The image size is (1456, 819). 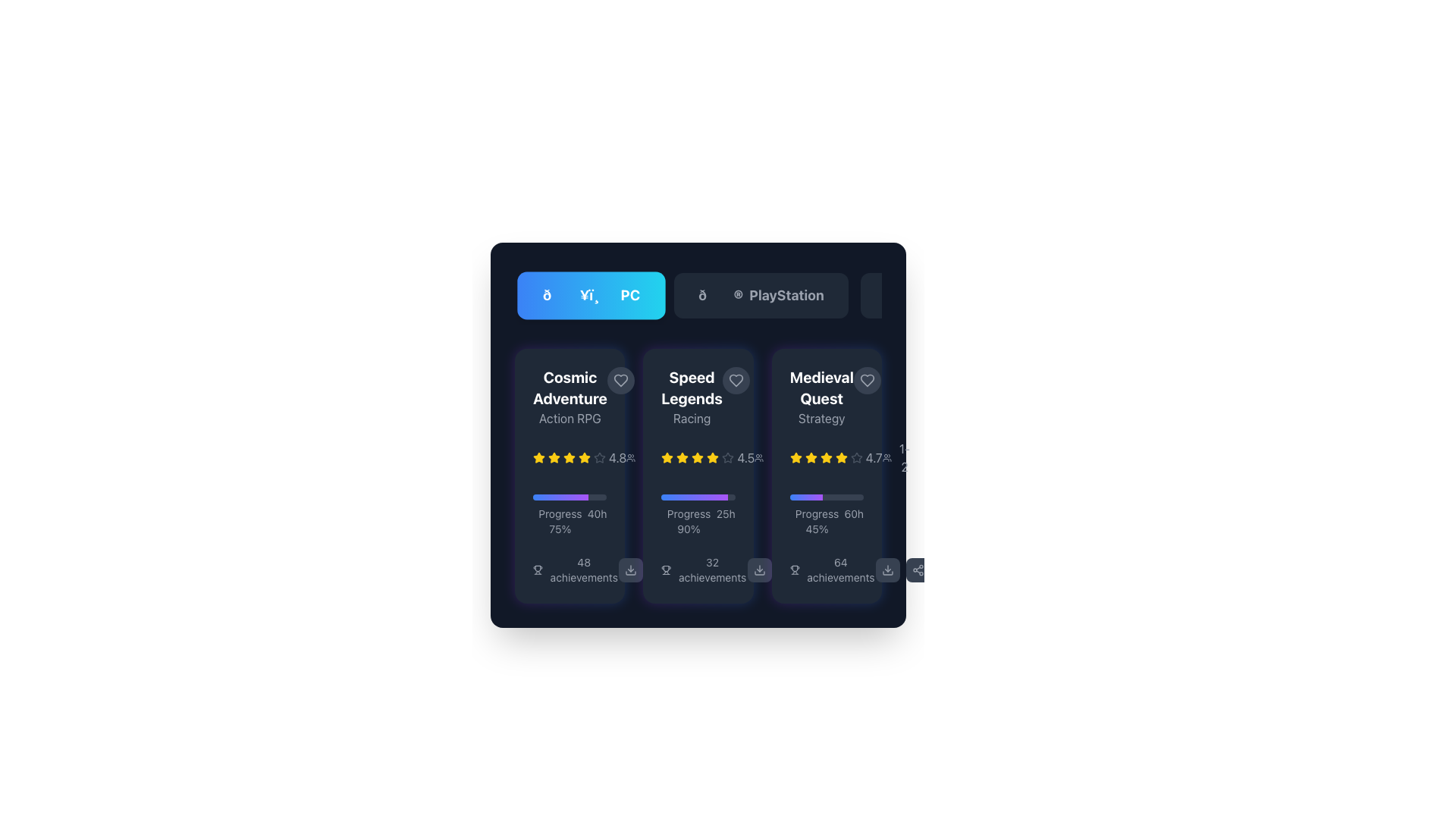 I want to click on the static text display that shows 'Progress 75%' within the first progress tracking card of the 'Cosmic Adventure' game, so click(x=559, y=520).